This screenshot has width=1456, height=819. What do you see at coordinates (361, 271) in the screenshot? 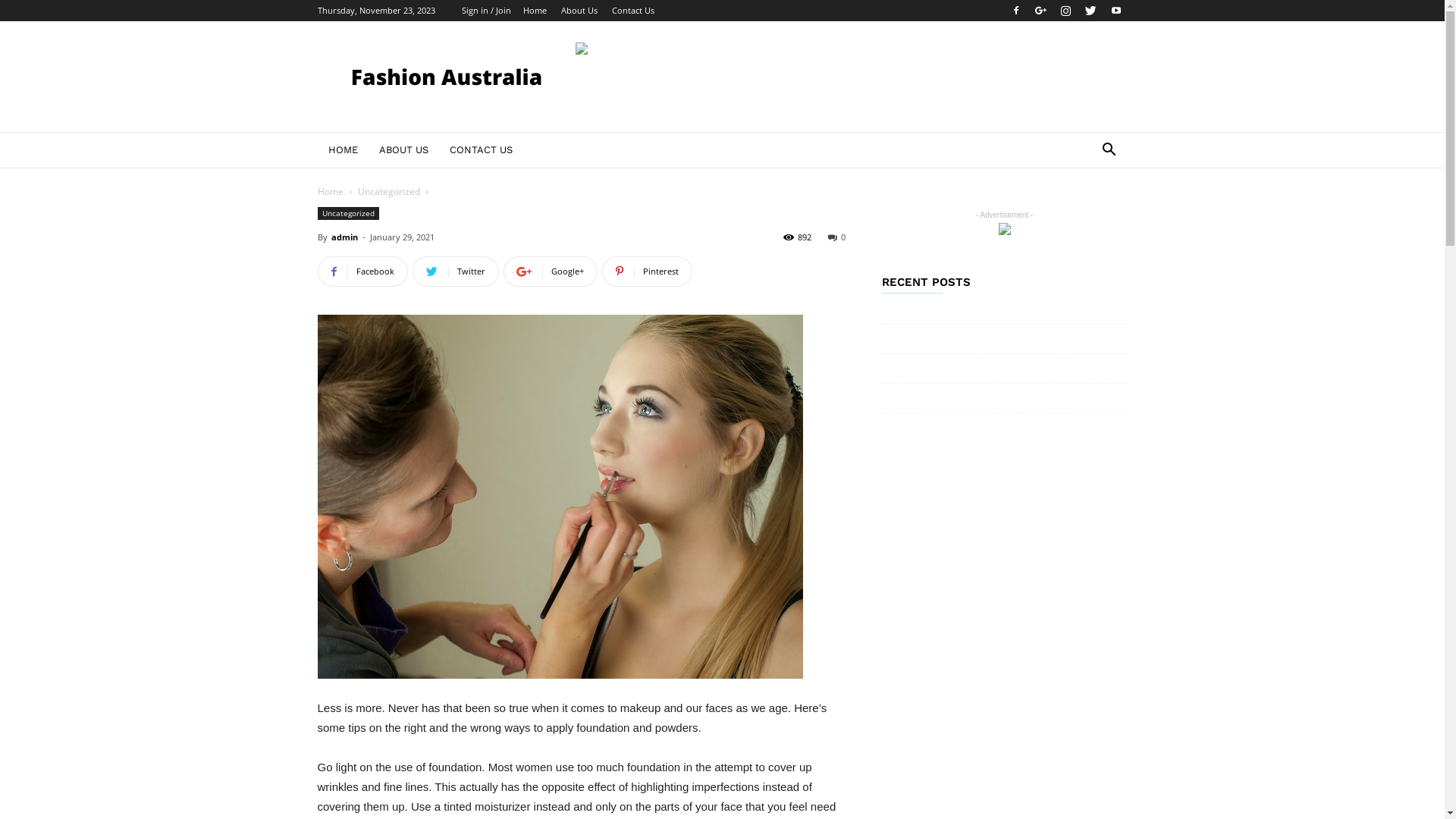
I see `'Facebook'` at bounding box center [361, 271].